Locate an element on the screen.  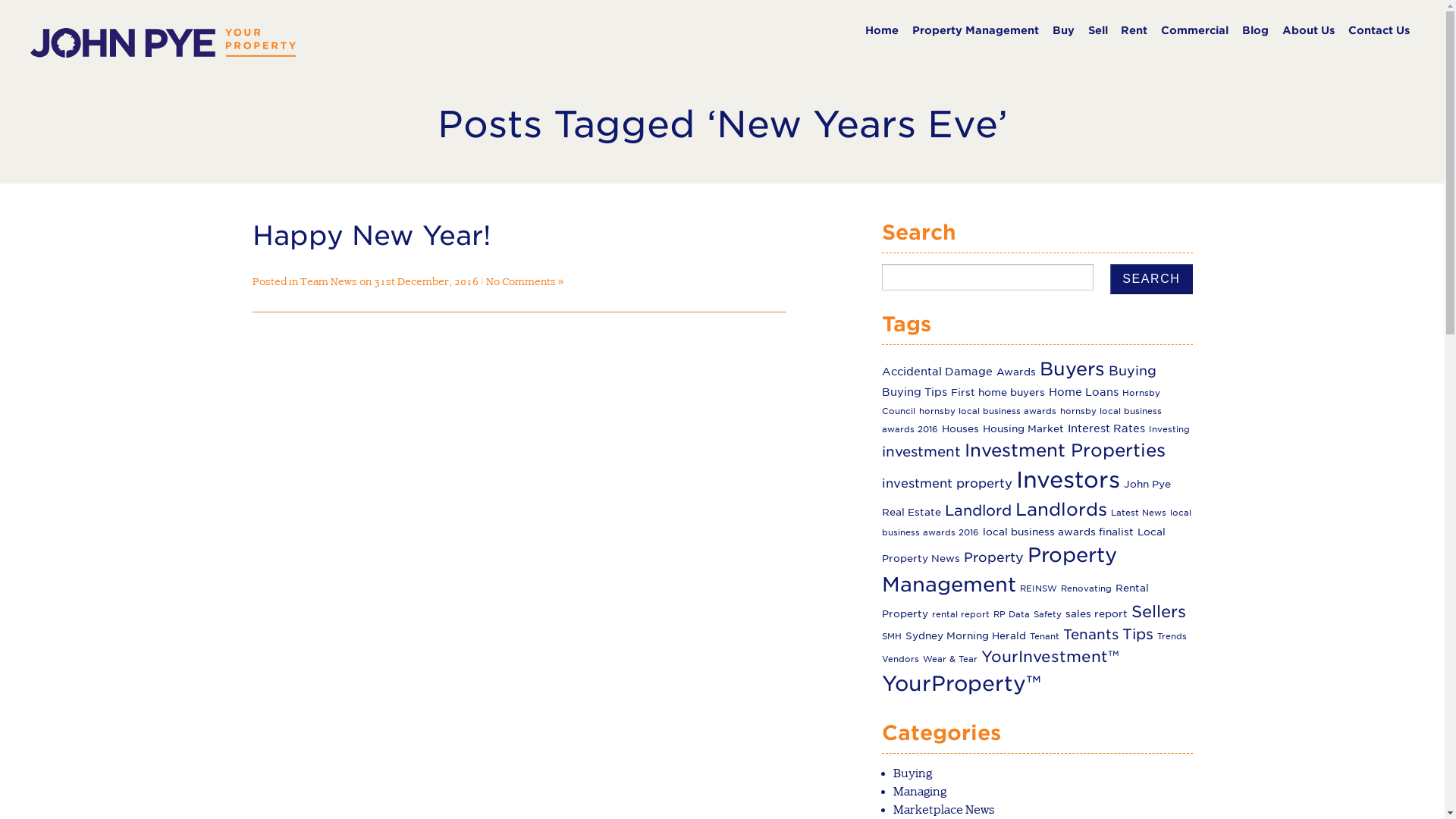
'Local Property News' is located at coordinates (1023, 544).